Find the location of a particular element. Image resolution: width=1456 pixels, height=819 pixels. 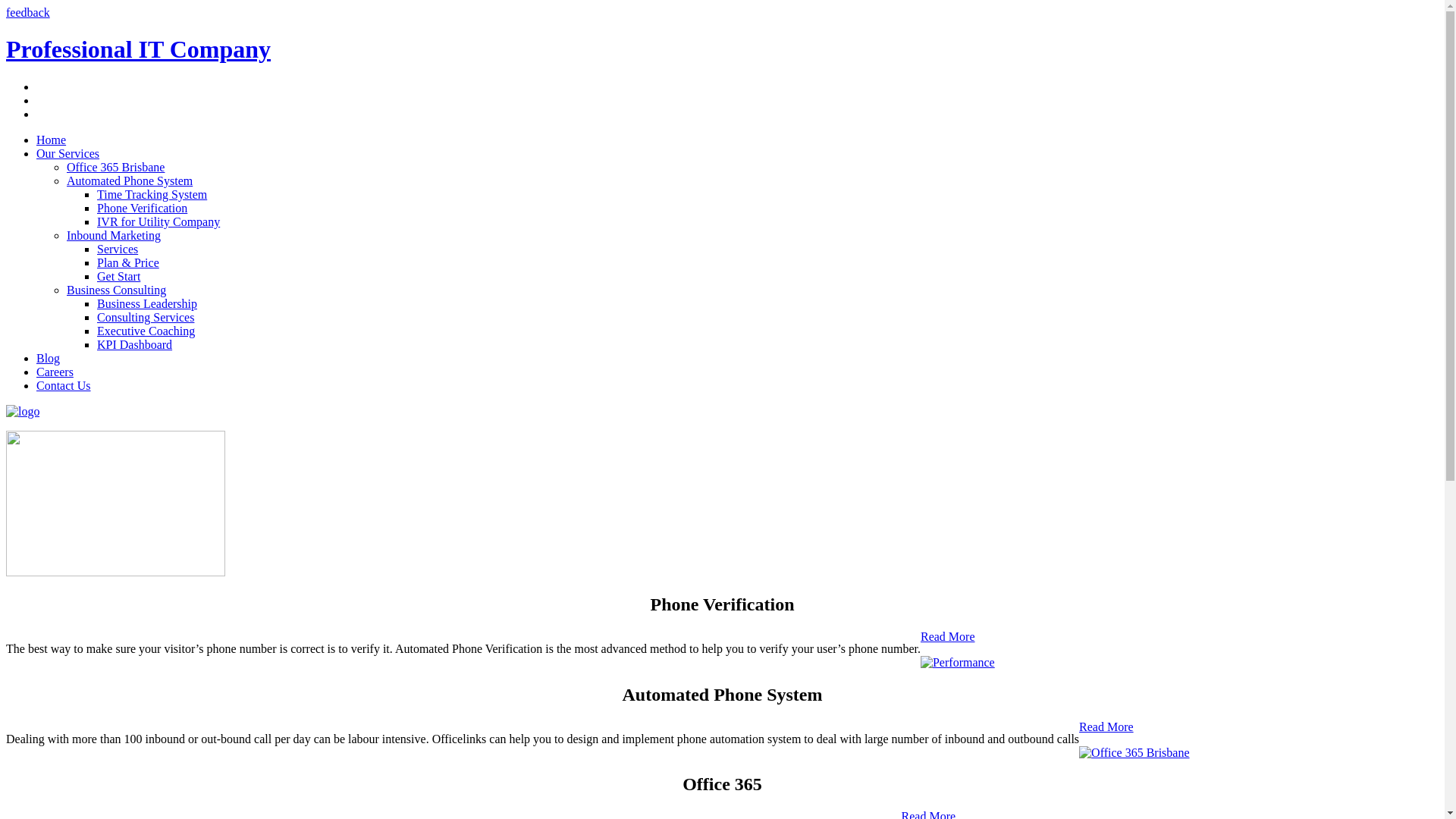

'Careers' is located at coordinates (55, 372).